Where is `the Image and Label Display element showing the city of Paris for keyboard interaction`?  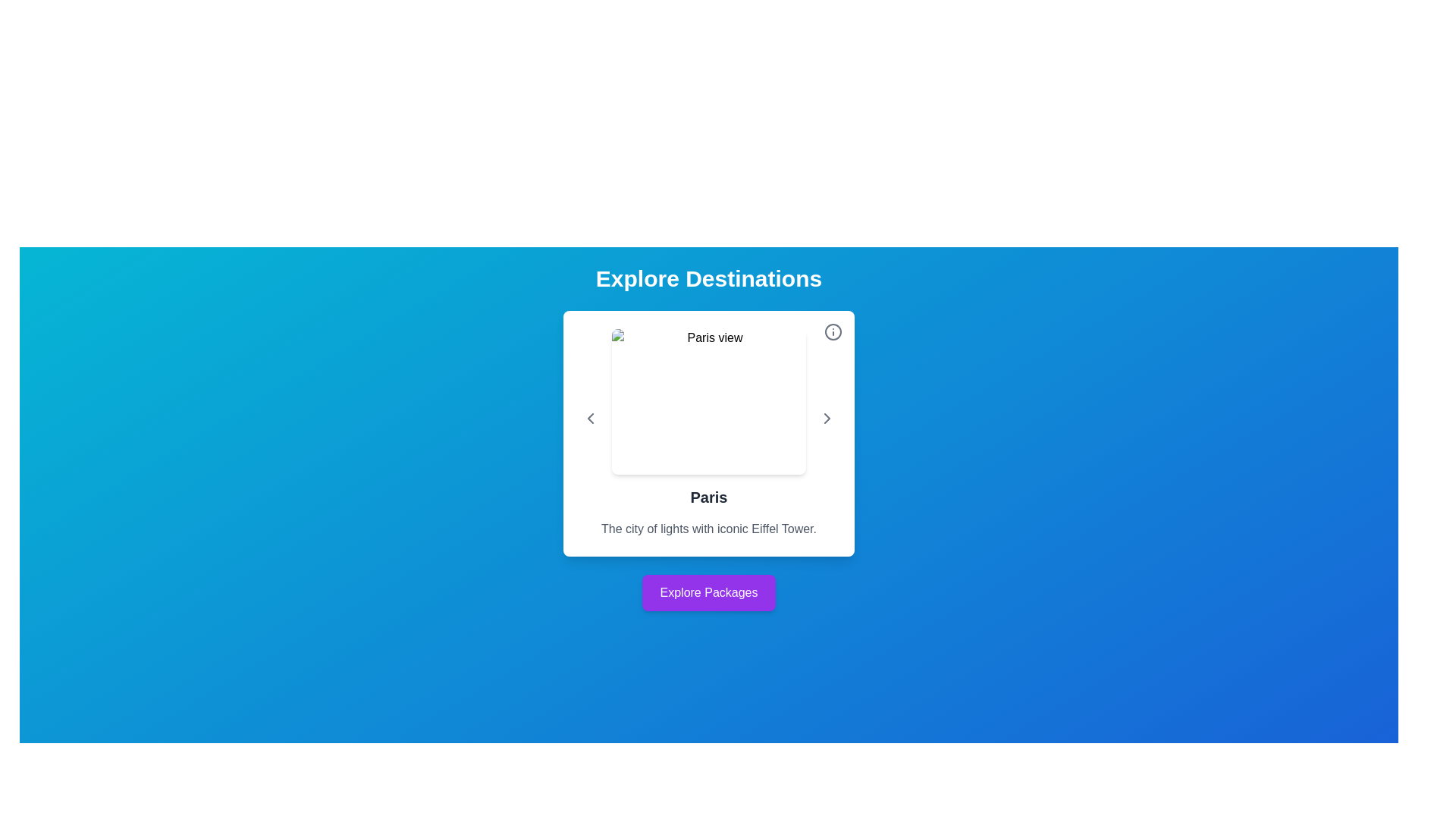
the Image and Label Display element showing the city of Paris for keyboard interaction is located at coordinates (708, 418).